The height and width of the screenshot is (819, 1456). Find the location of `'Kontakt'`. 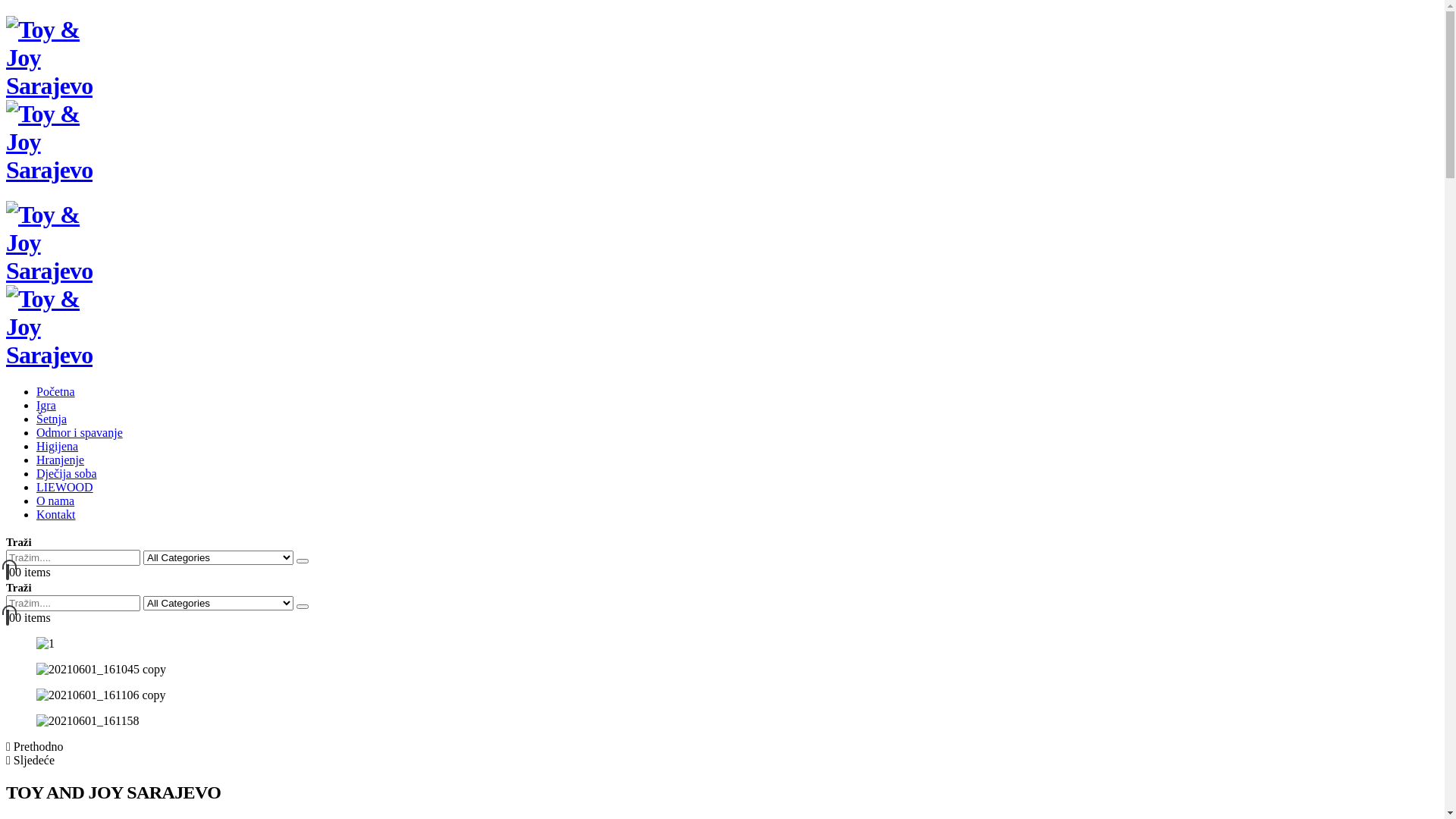

'Kontakt' is located at coordinates (55, 513).